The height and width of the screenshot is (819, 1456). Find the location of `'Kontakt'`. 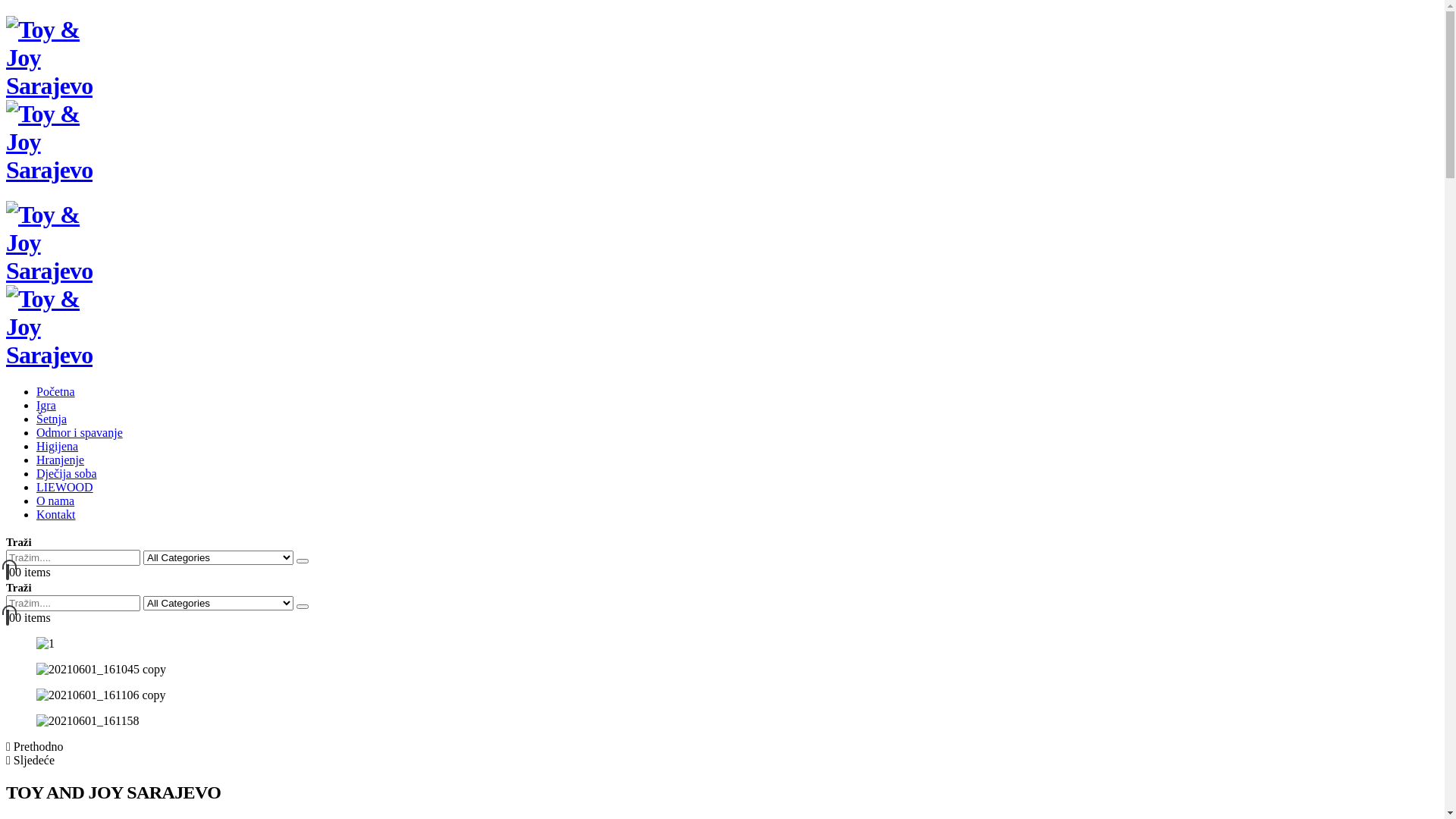

'Kontakt' is located at coordinates (55, 513).